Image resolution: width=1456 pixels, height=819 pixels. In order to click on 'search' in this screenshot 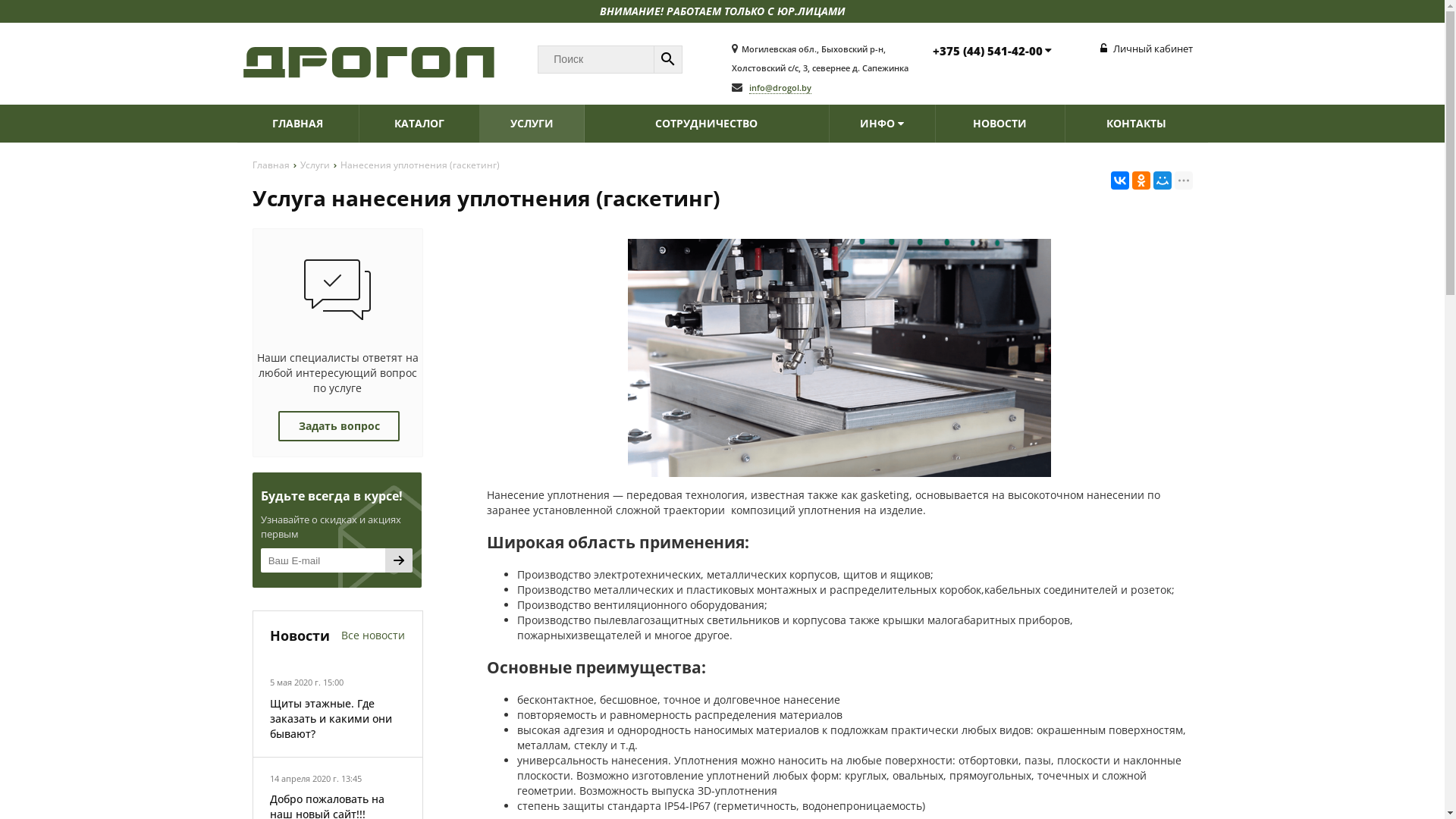, I will do `click(667, 58)`.